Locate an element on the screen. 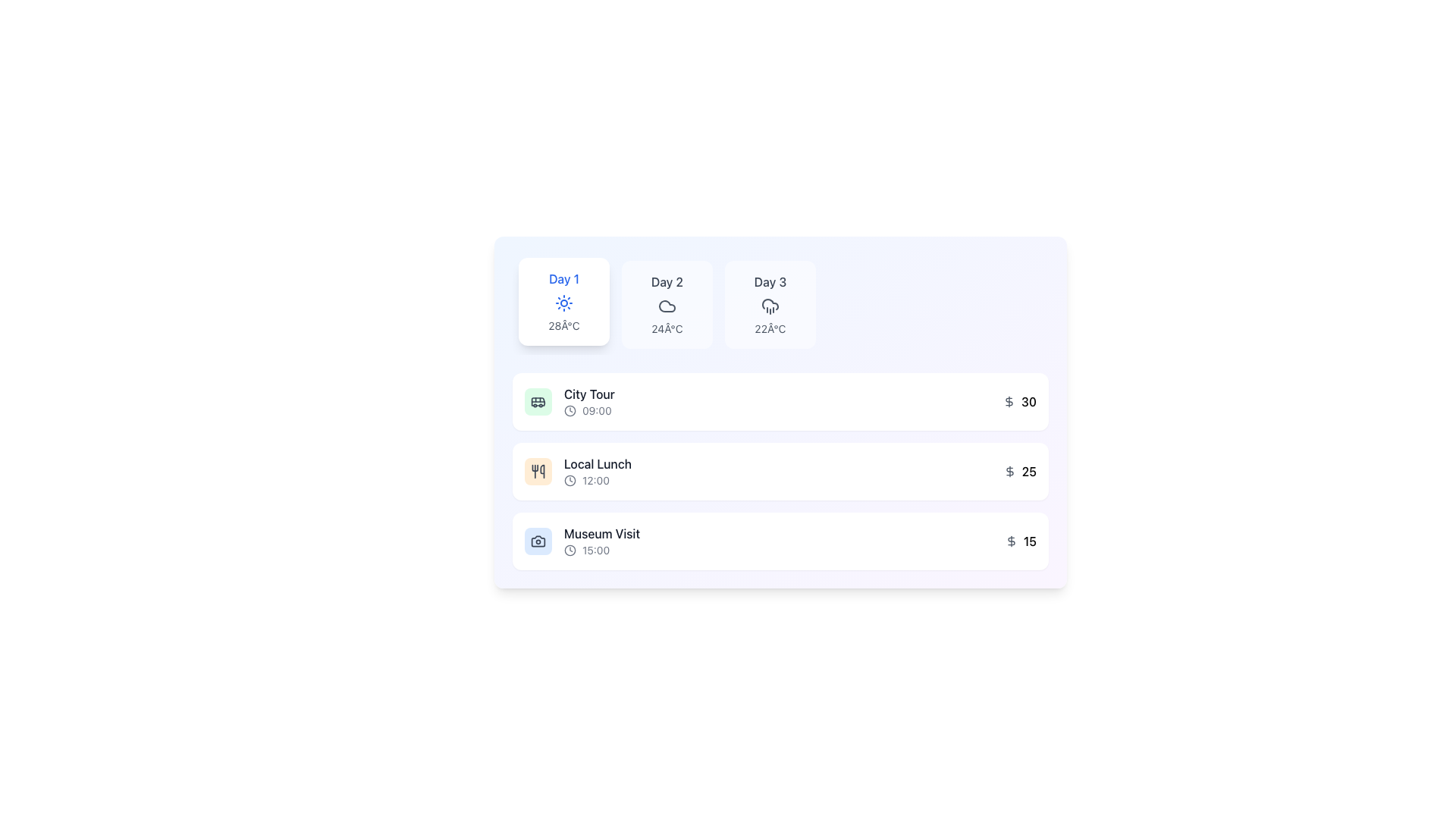  the gray dollar sign icon located to the left of the number '30' in the pricing row for 'City Tour' is located at coordinates (1009, 400).